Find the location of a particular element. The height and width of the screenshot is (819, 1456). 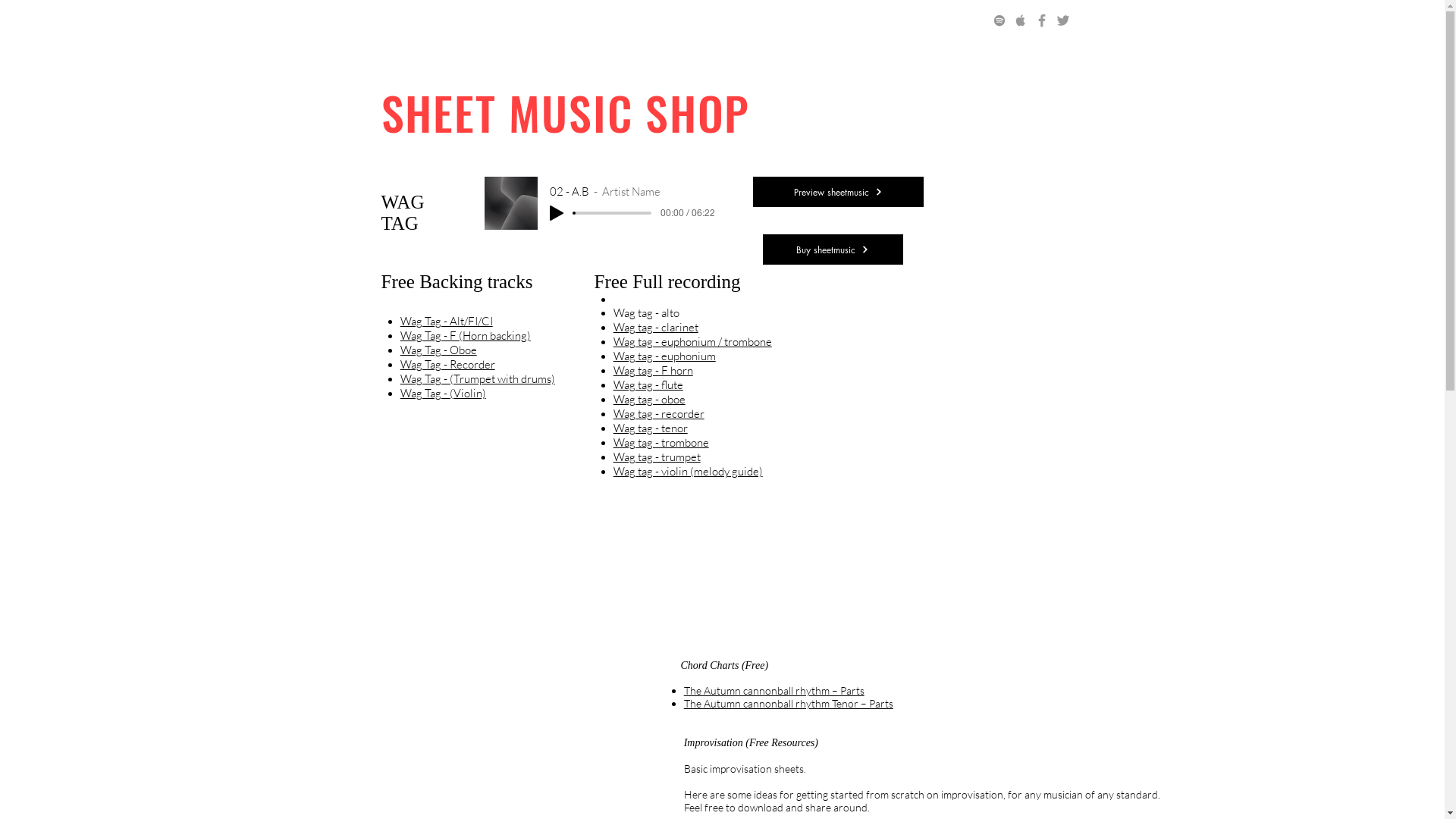

'Wag tag - trumpet' is located at coordinates (657, 456).